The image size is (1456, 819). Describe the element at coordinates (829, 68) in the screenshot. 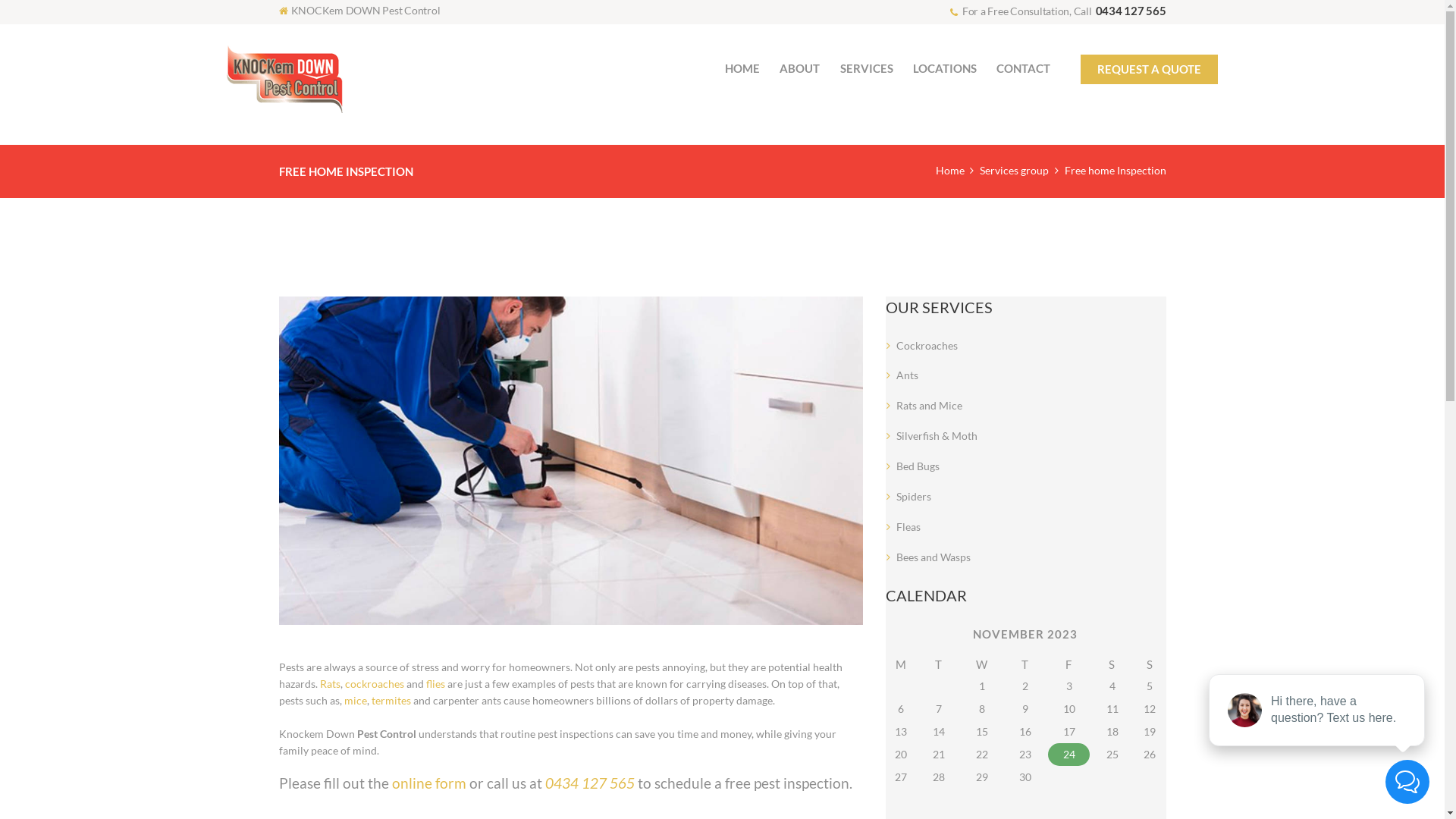

I see `'SERVICES'` at that location.